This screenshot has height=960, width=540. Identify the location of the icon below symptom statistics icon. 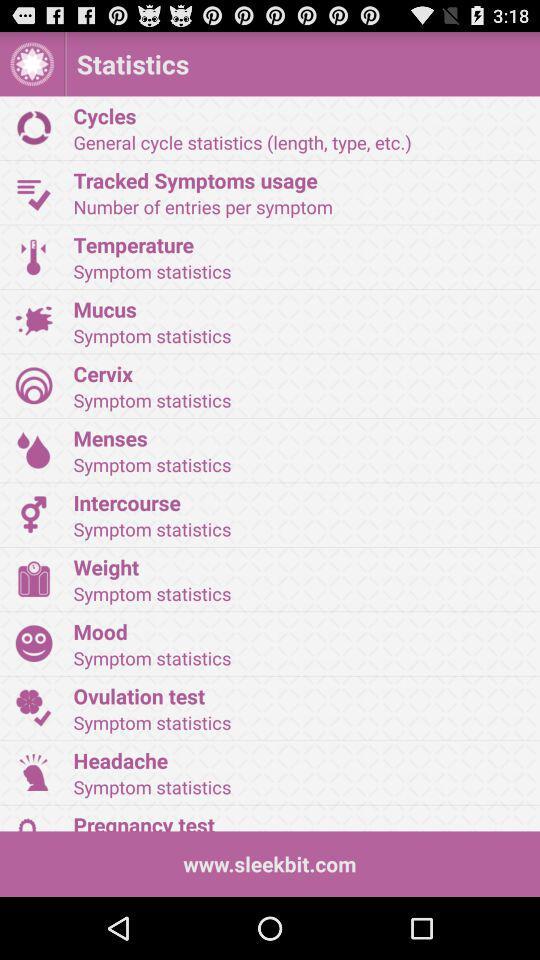
(299, 309).